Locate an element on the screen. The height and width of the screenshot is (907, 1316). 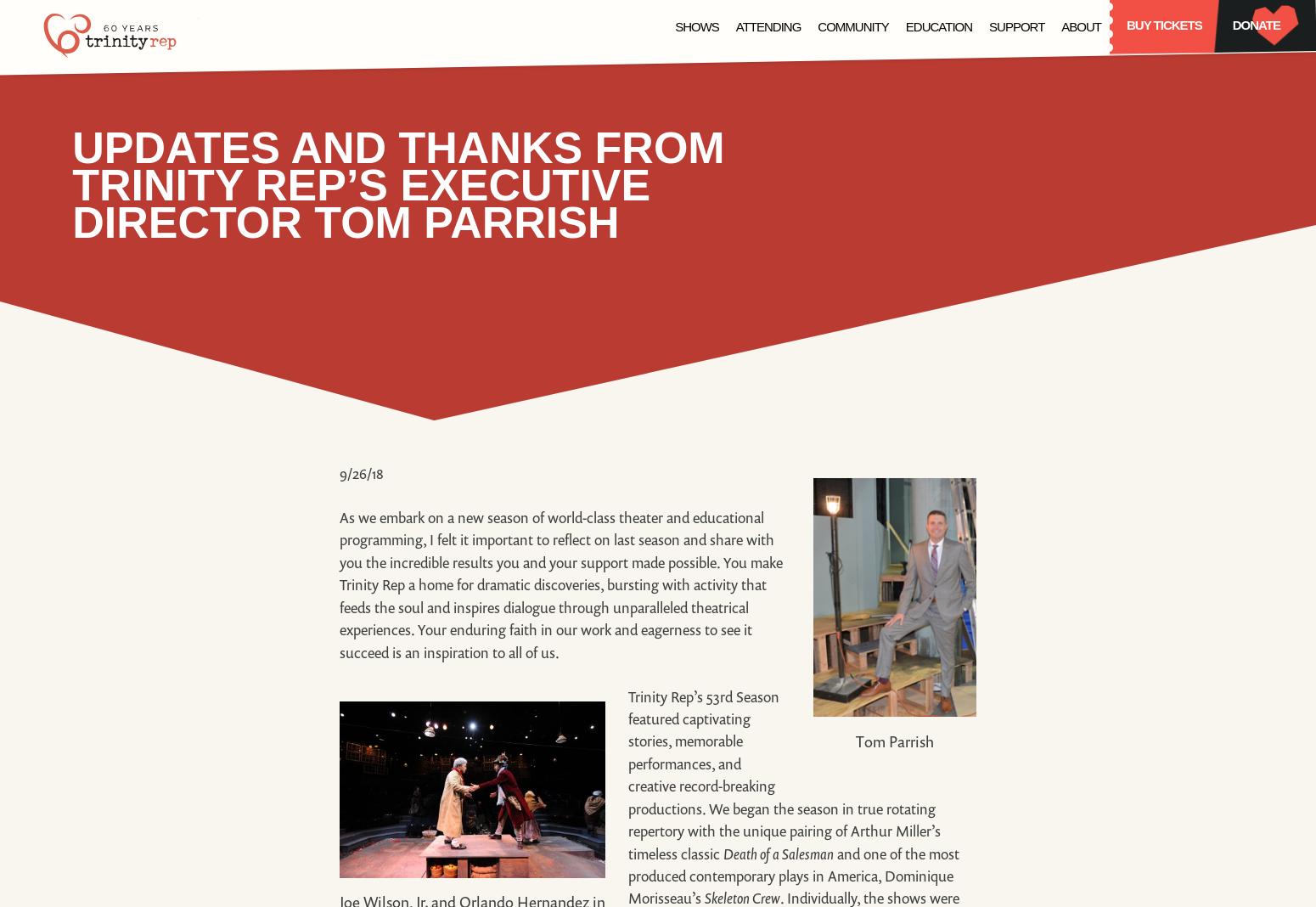
'Anti-Racism' is located at coordinates (1016, 106).